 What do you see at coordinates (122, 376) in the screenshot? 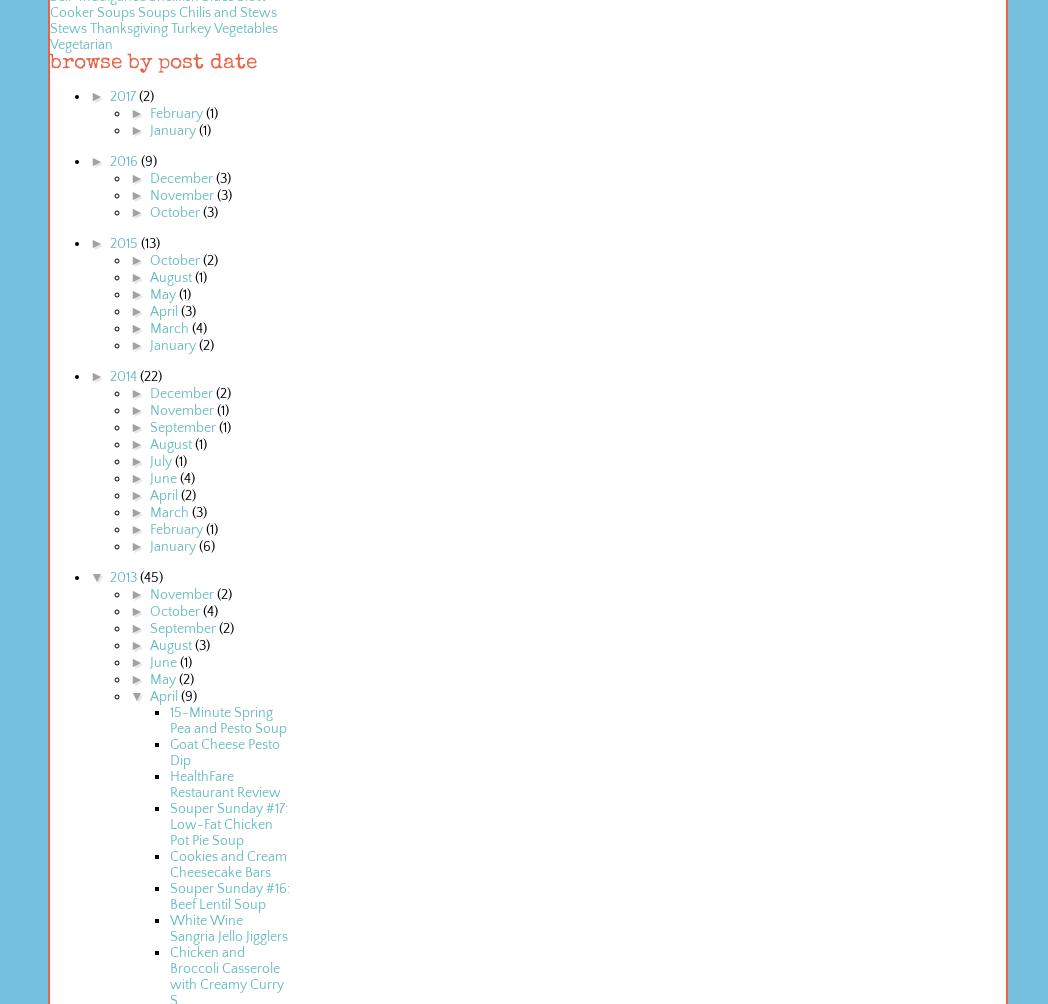
I see `'2014'` at bounding box center [122, 376].